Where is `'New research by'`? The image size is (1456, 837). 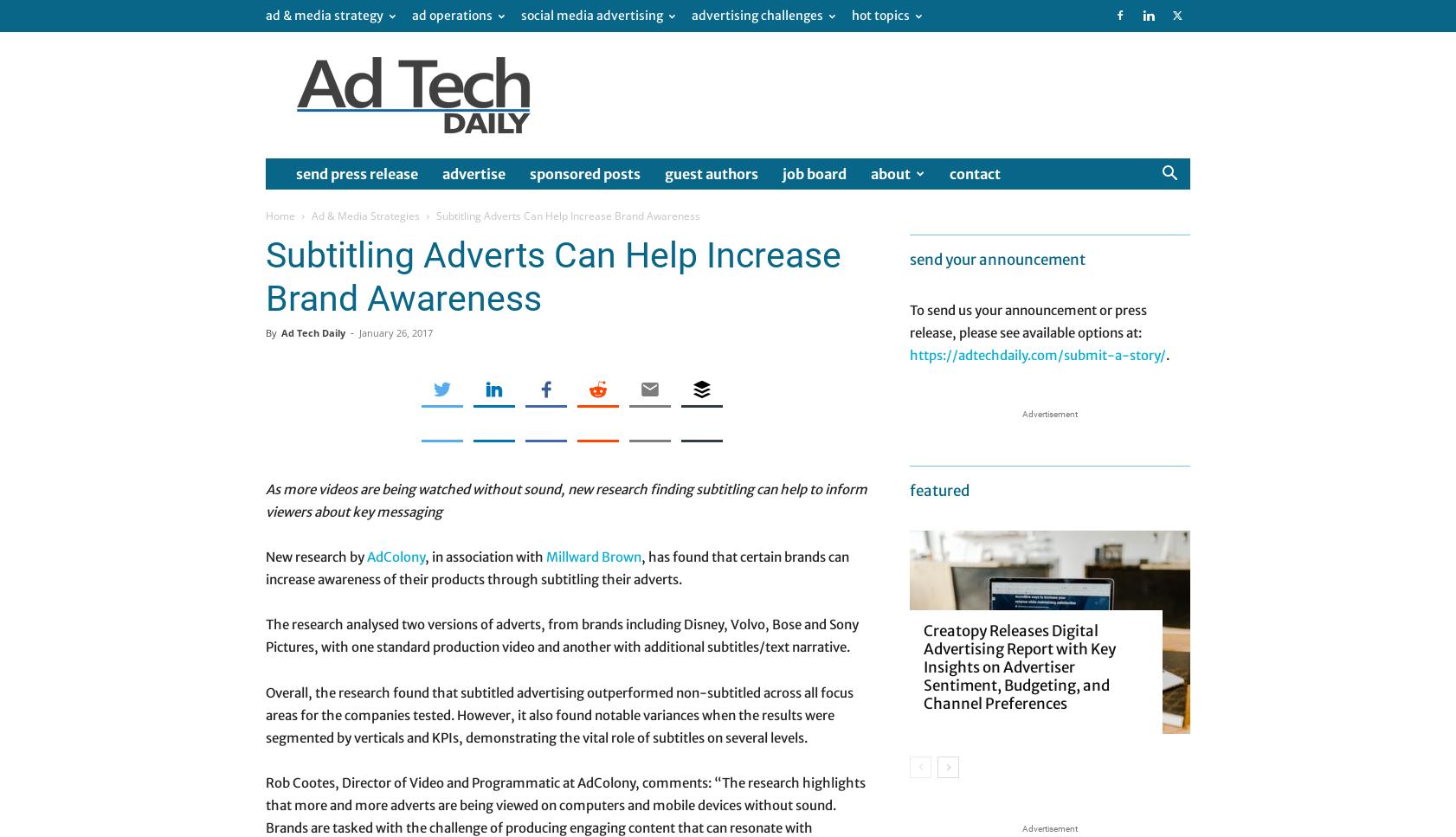 'New research by' is located at coordinates (315, 556).